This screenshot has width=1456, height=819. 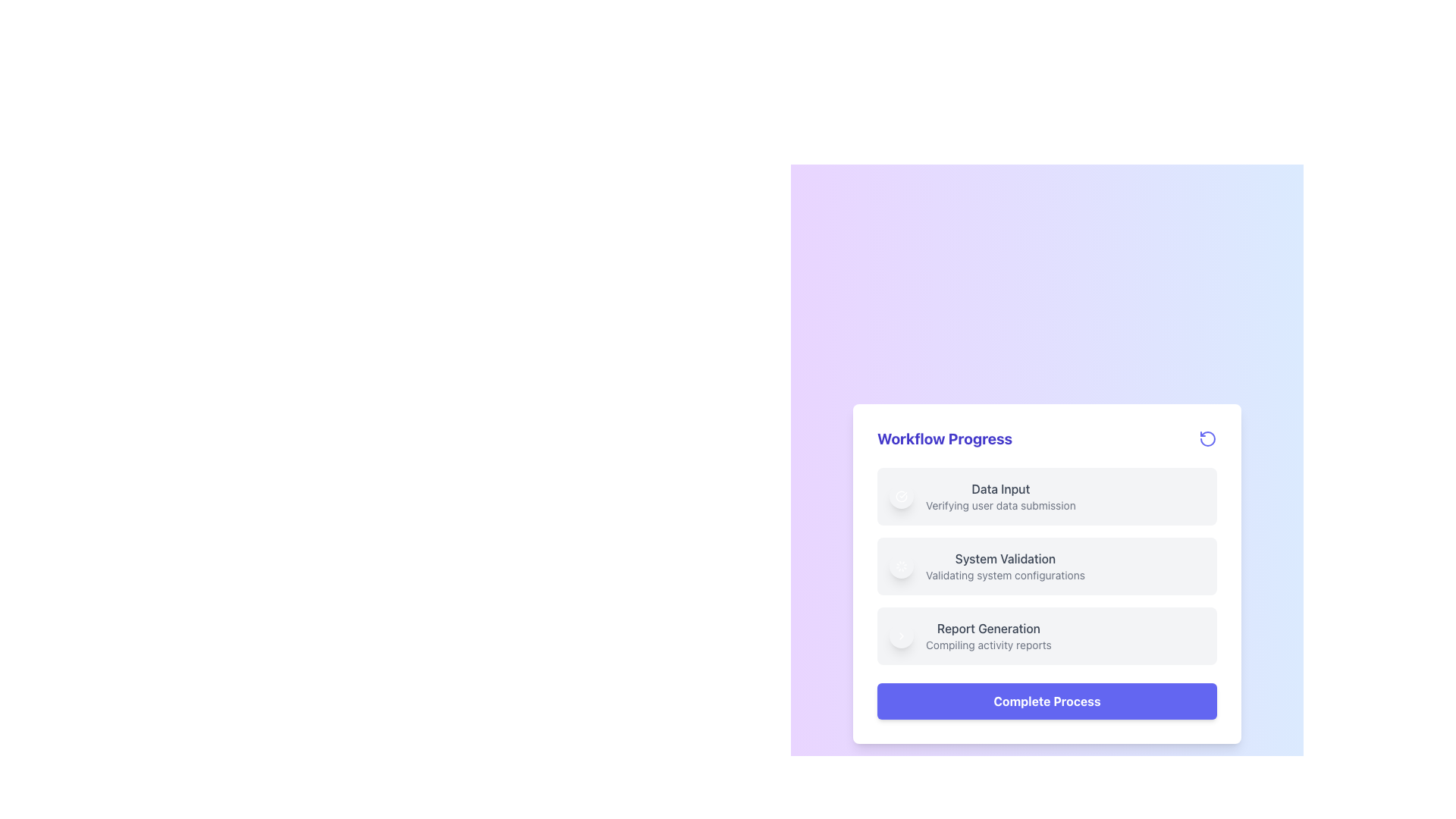 What do you see at coordinates (902, 497) in the screenshot?
I see `the status of the circular checkmark icon with a green background and white checkmark symbol, located in the 'Data Input' section of the 'Workflow Progress' list` at bounding box center [902, 497].